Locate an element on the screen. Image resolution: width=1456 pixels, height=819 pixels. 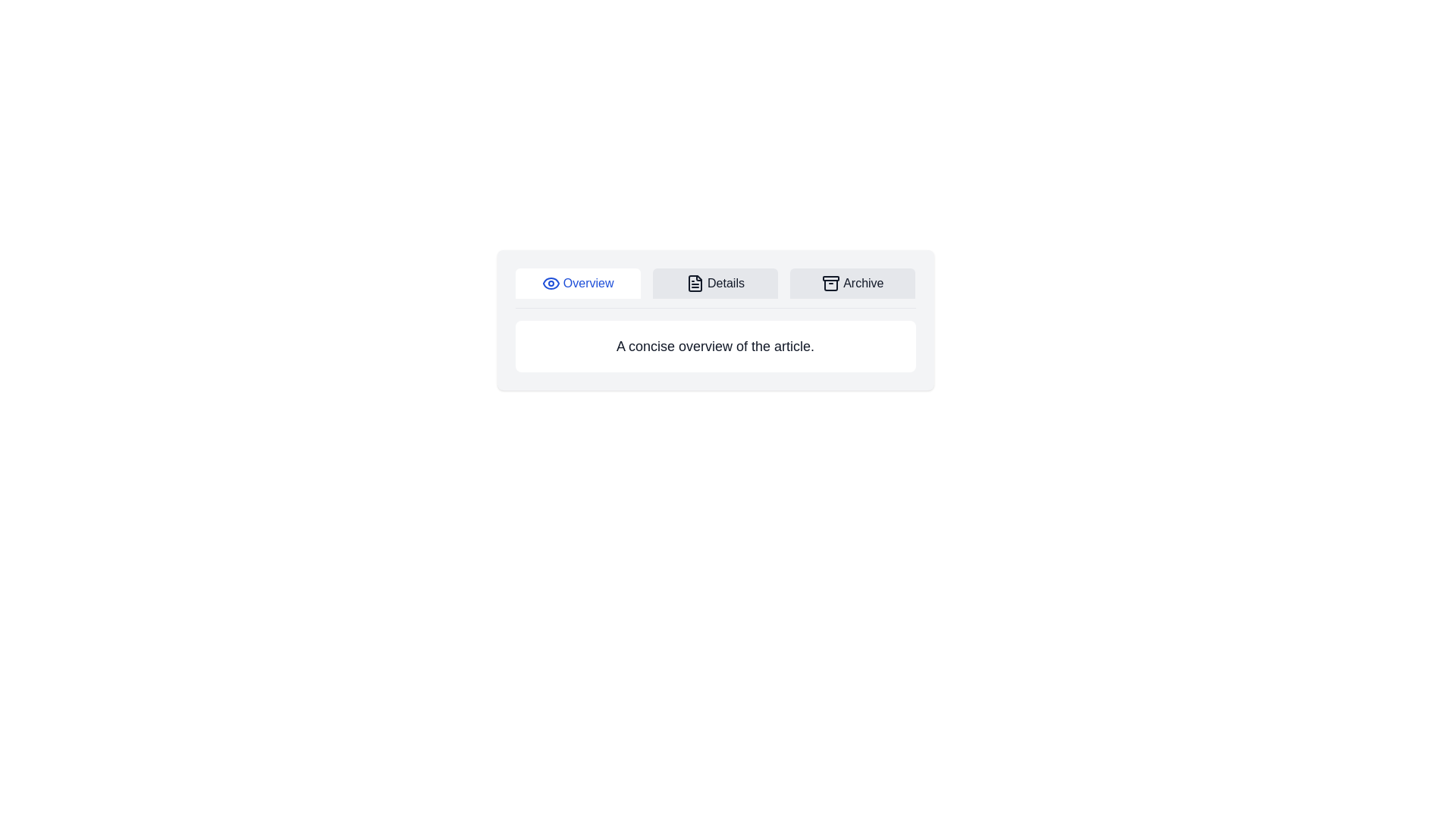
the Overview tab is located at coordinates (577, 284).